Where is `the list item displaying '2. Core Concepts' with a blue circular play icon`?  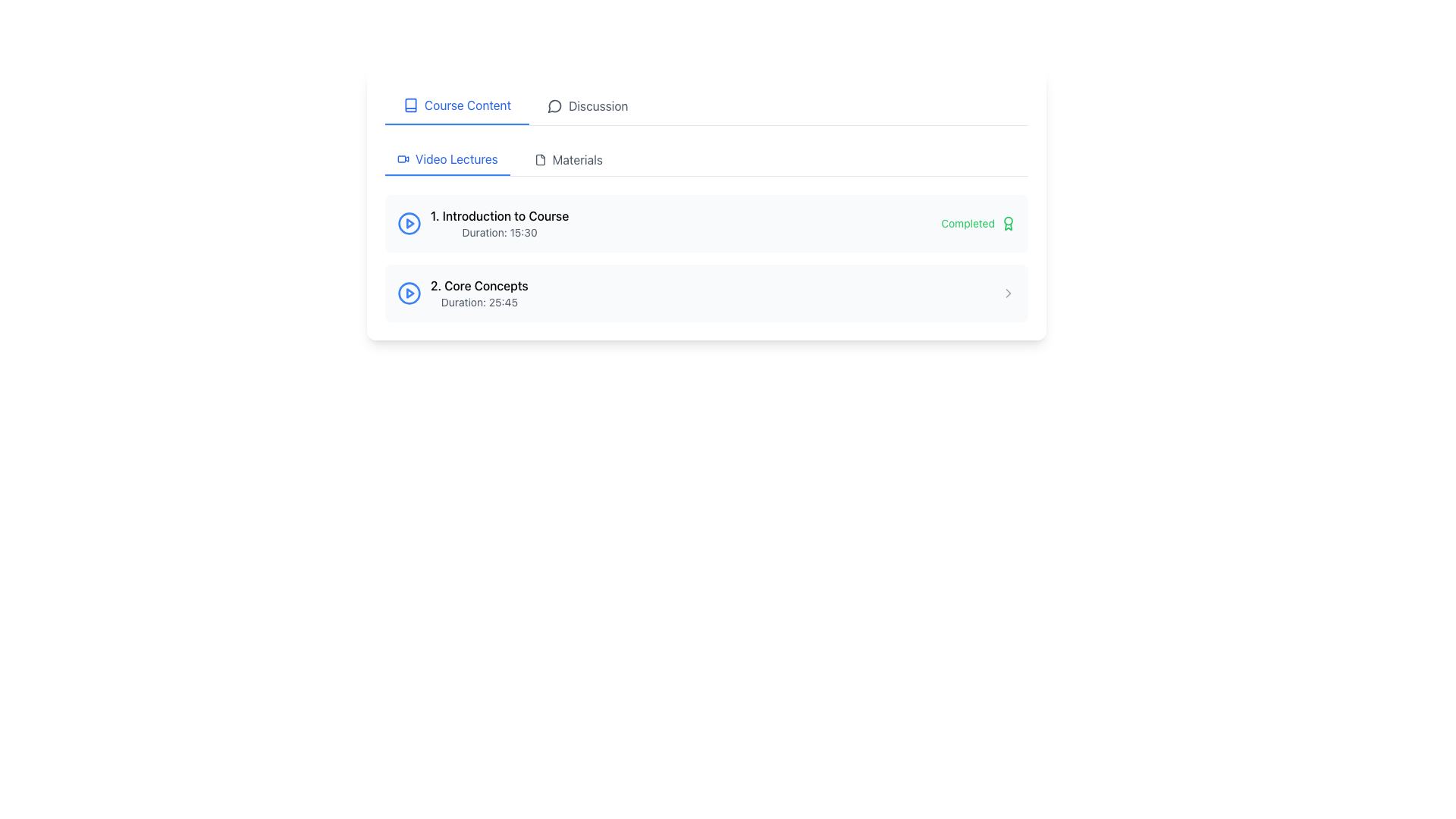 the list item displaying '2. Core Concepts' with a blue circular play icon is located at coordinates (462, 293).